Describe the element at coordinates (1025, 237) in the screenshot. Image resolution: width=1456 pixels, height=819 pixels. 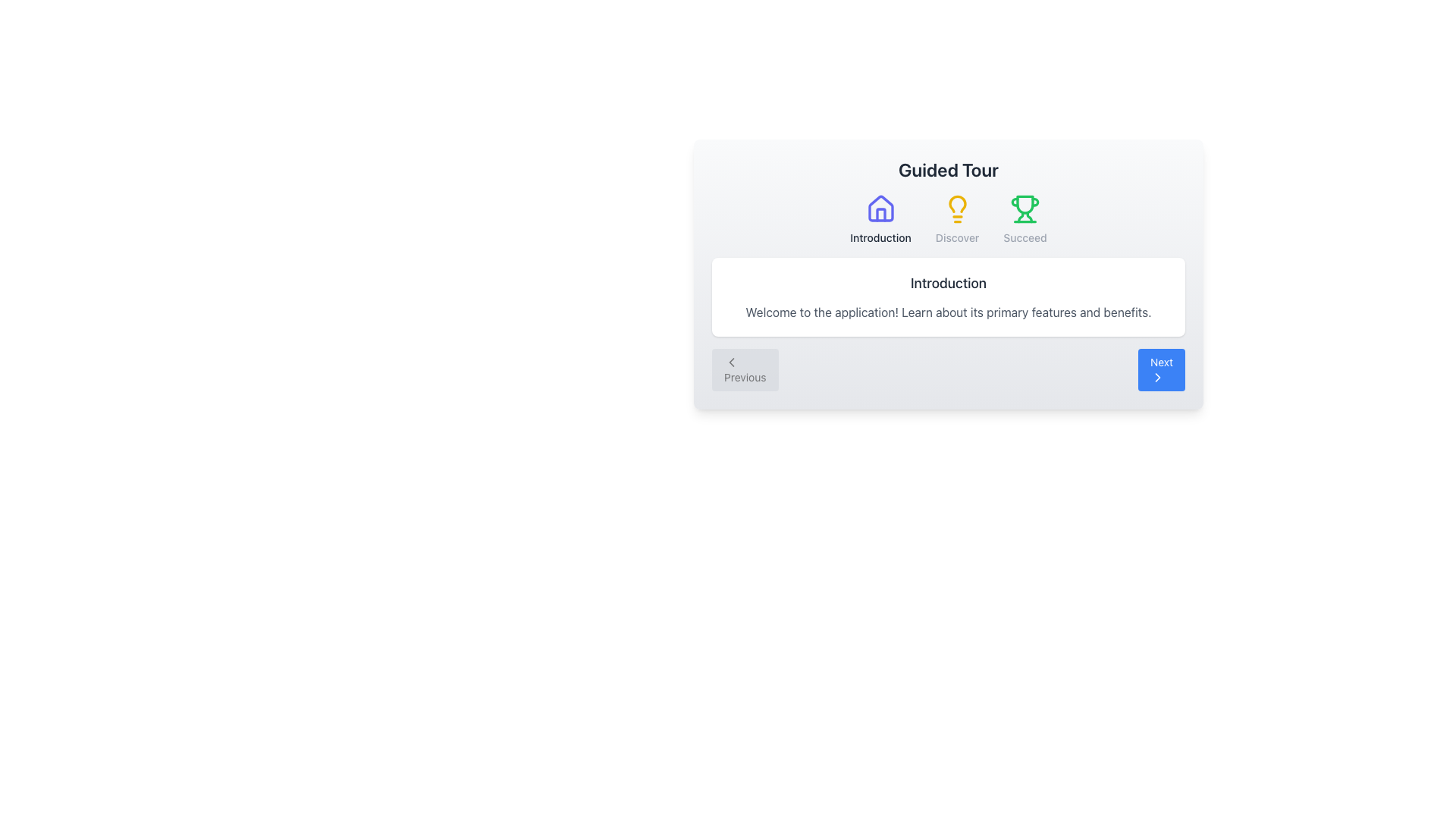
I see `the text label displaying 'Succeed' which is styled in light gray and positioned below the green trophy icon in the upper section of the modal interface` at that location.